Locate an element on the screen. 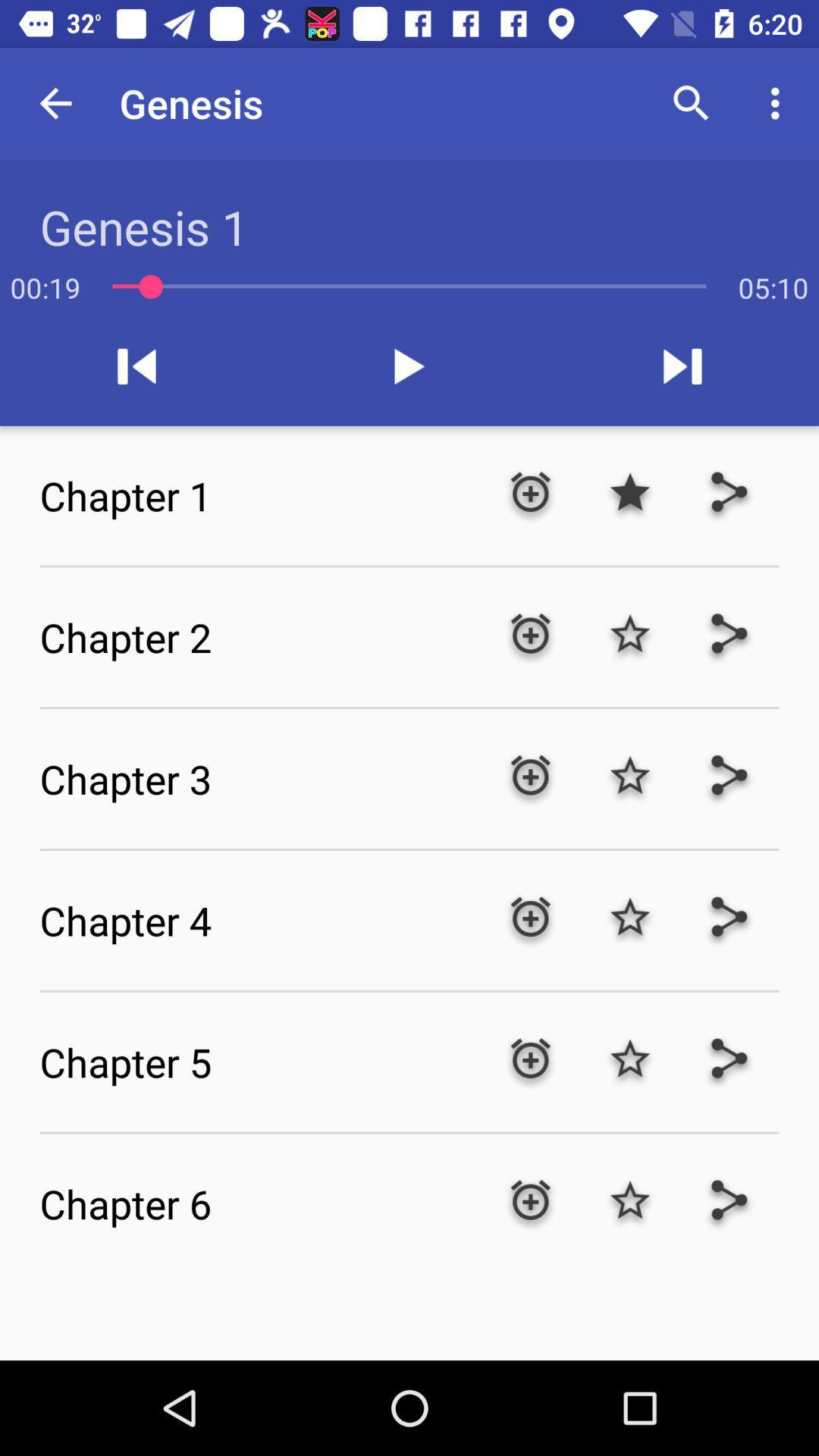  chapter 4 item is located at coordinates (259, 919).